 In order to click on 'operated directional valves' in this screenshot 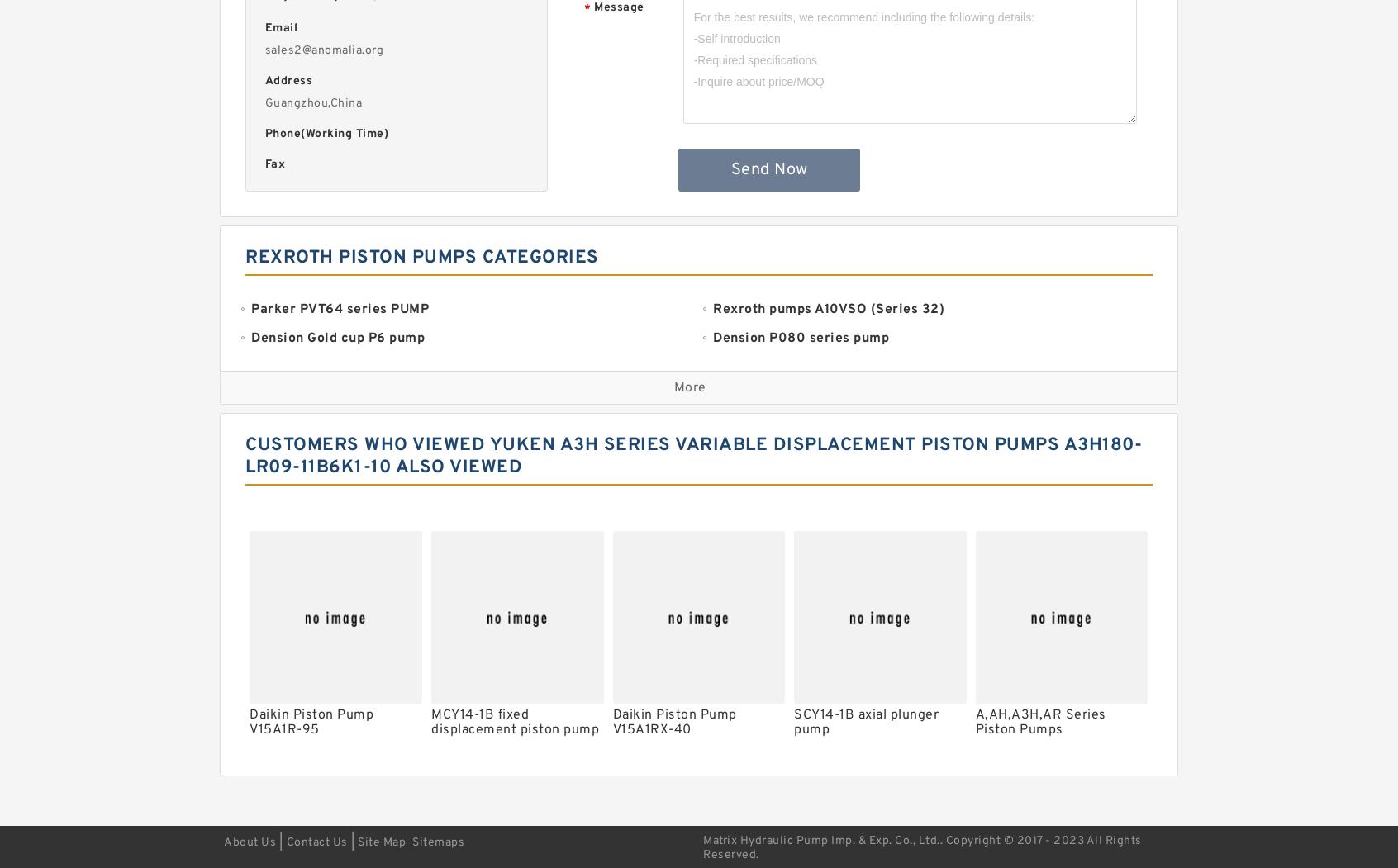, I will do `click(711, 742)`.